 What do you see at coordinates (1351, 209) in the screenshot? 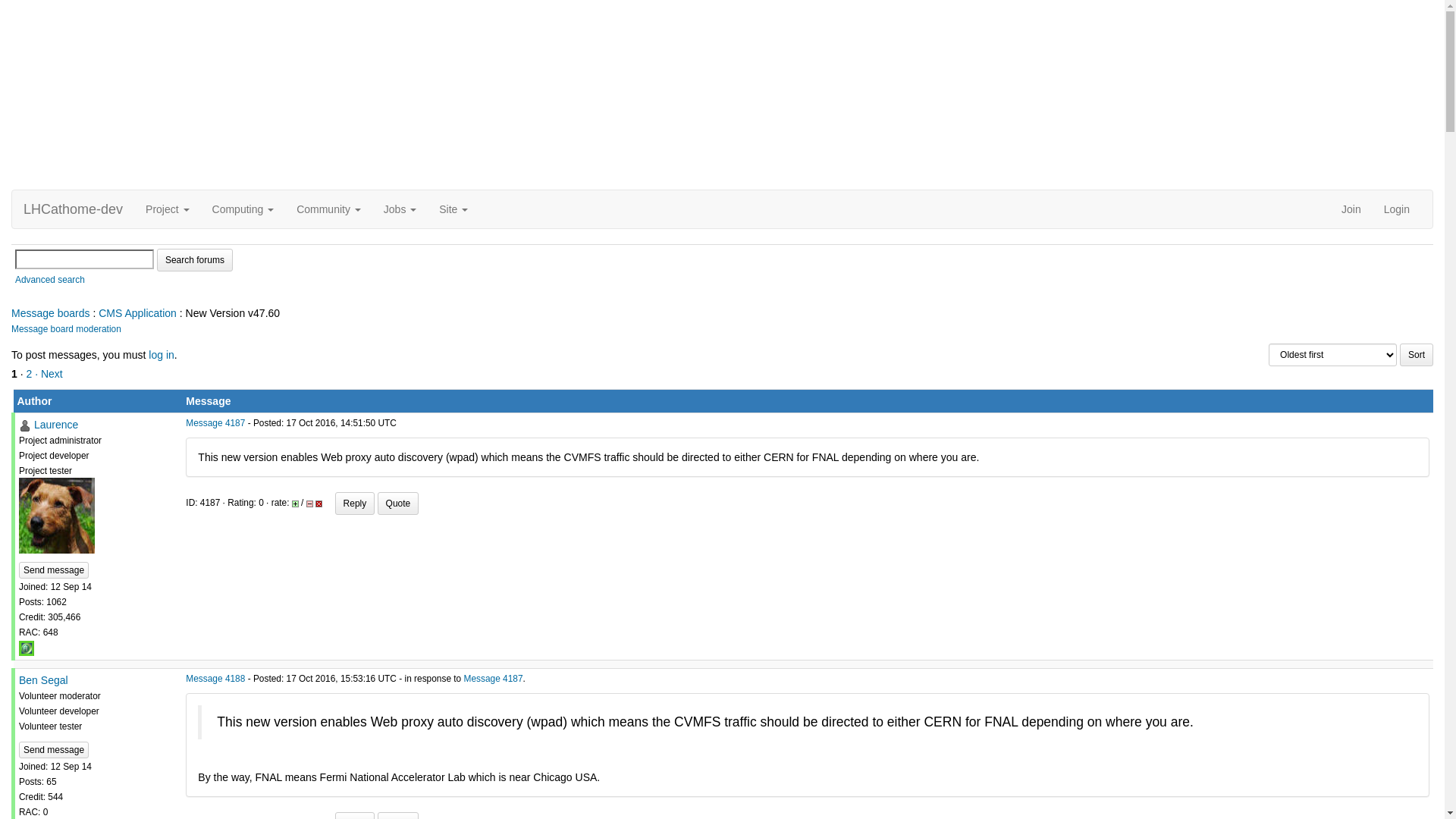
I see `'Join'` at bounding box center [1351, 209].